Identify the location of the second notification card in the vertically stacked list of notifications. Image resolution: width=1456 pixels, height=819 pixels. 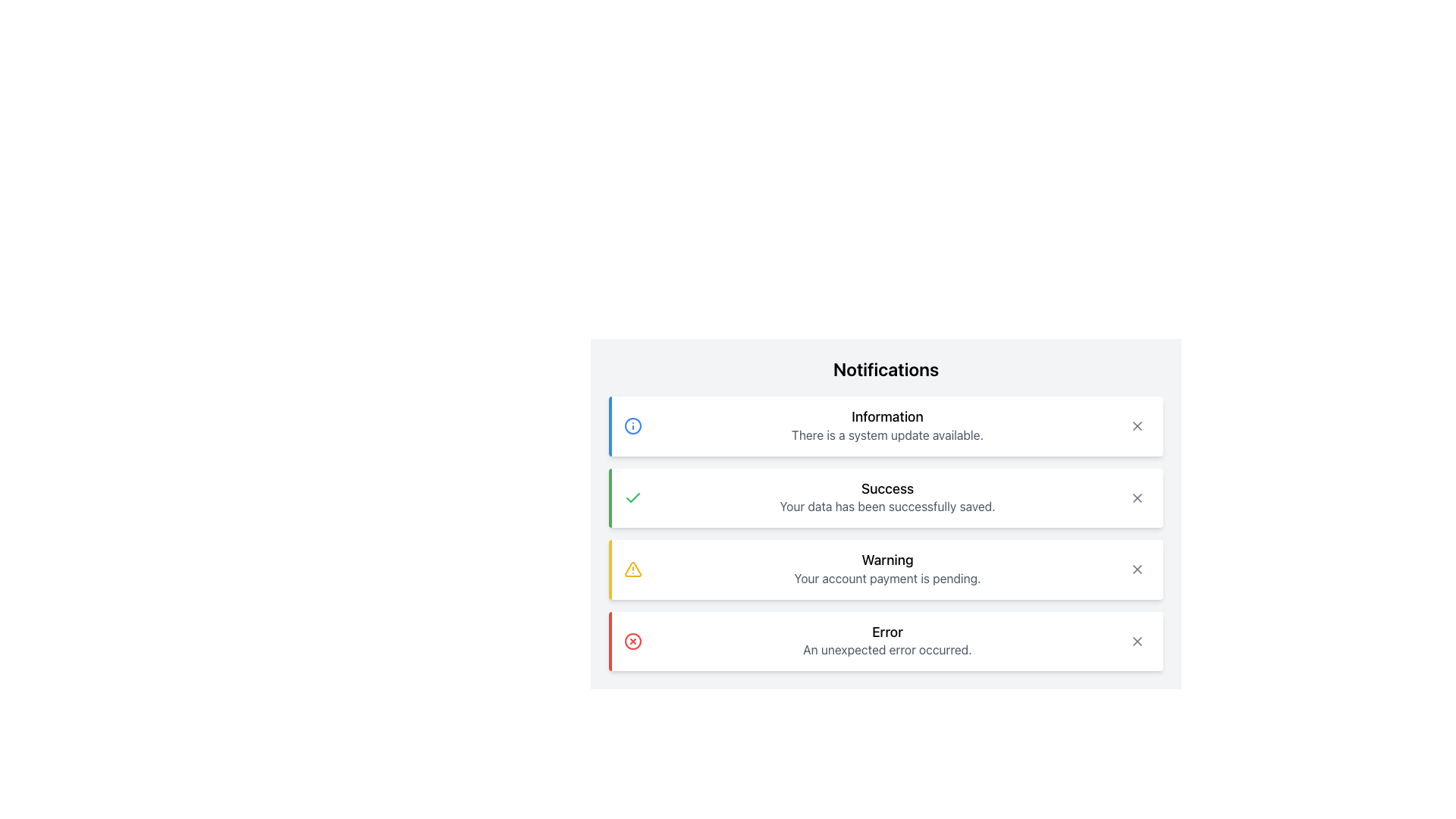
(886, 509).